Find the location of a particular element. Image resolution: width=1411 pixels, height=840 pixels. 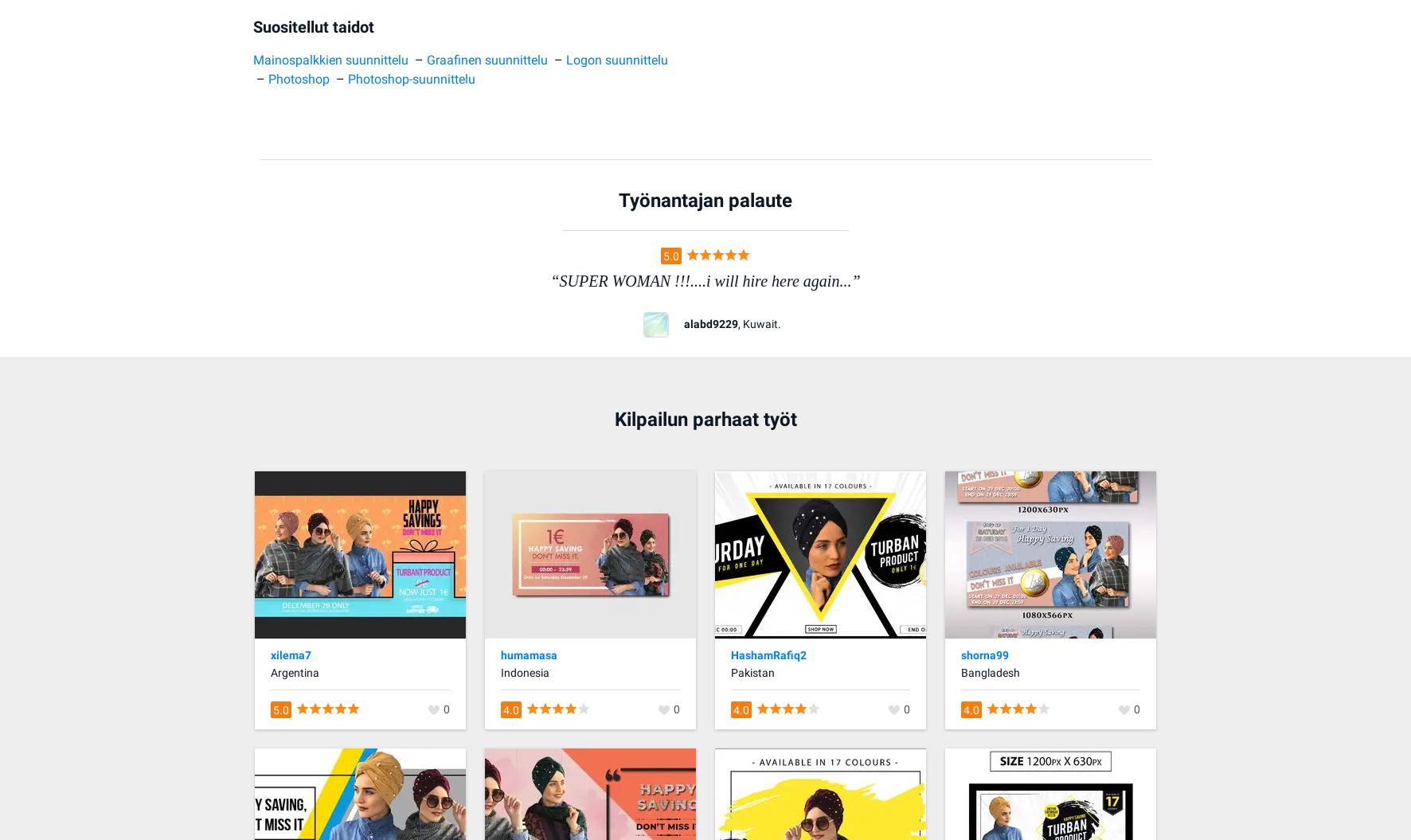

'Mainospalkkien suunnittelu' is located at coordinates (330, 58).